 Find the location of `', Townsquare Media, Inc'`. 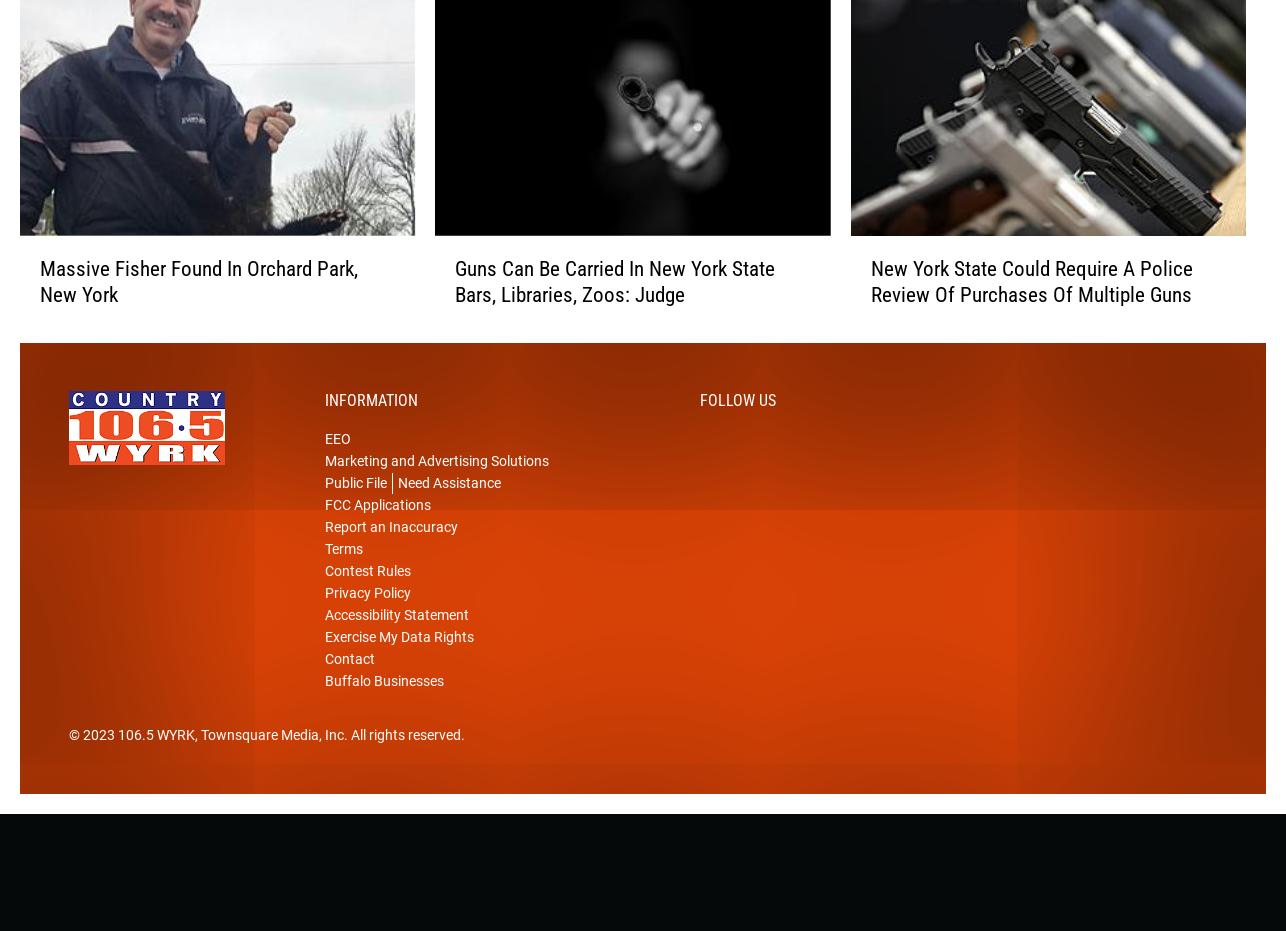

', Townsquare Media, Inc' is located at coordinates (194, 766).